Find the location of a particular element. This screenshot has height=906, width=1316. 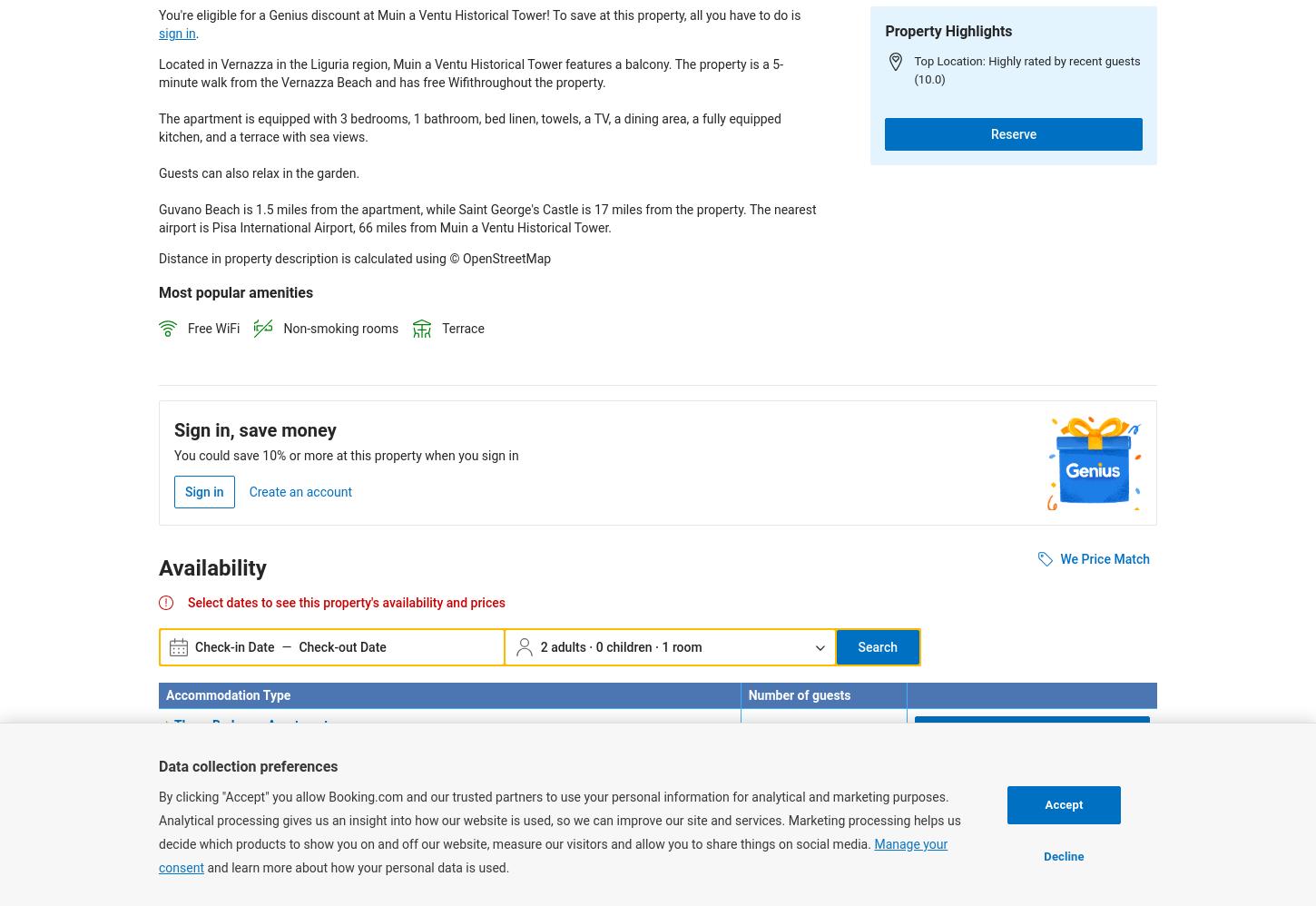

'Check-in Date' is located at coordinates (194, 646).